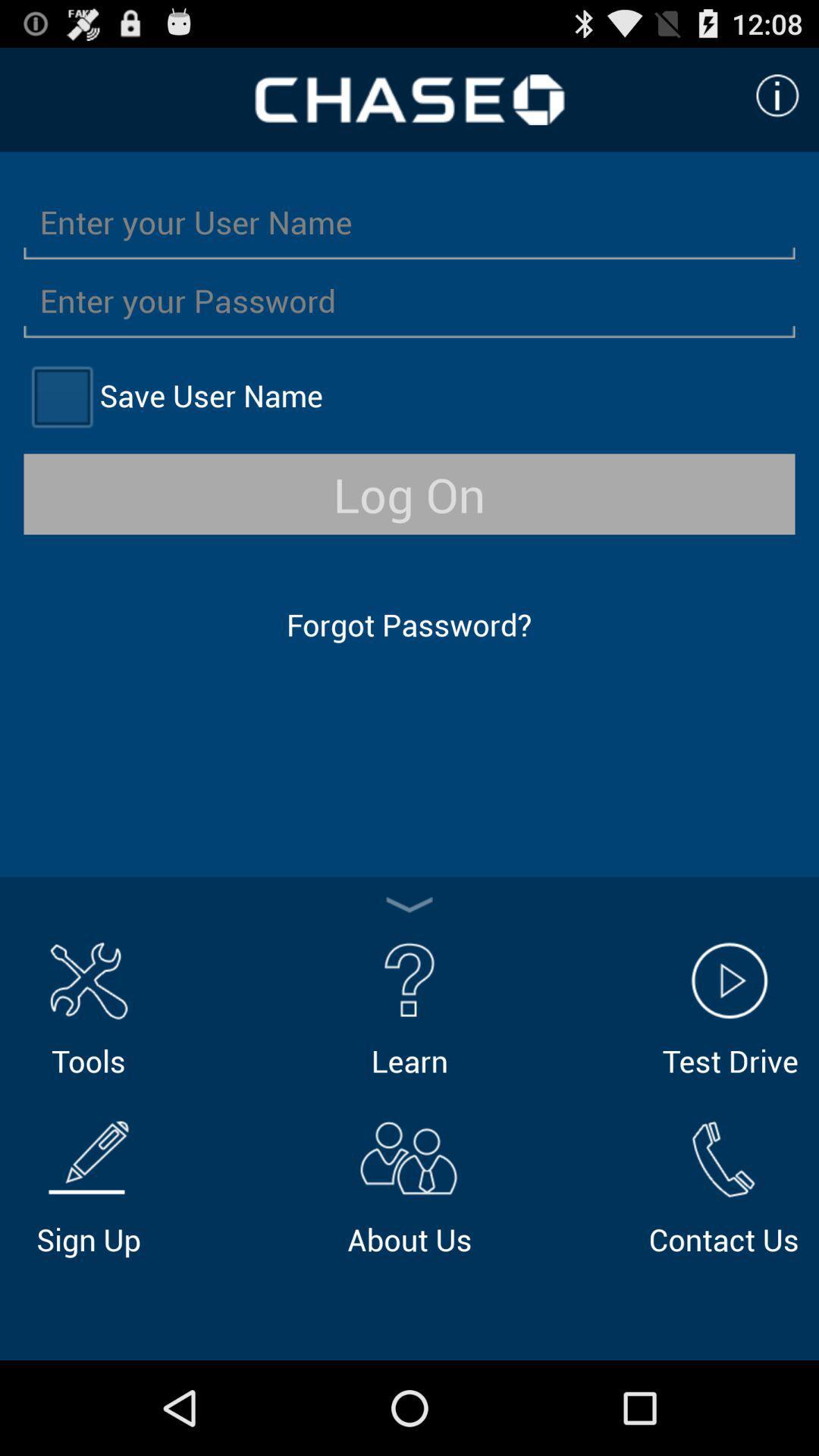 This screenshot has width=819, height=1456. Describe the element at coordinates (777, 102) in the screenshot. I see `the info icon` at that location.